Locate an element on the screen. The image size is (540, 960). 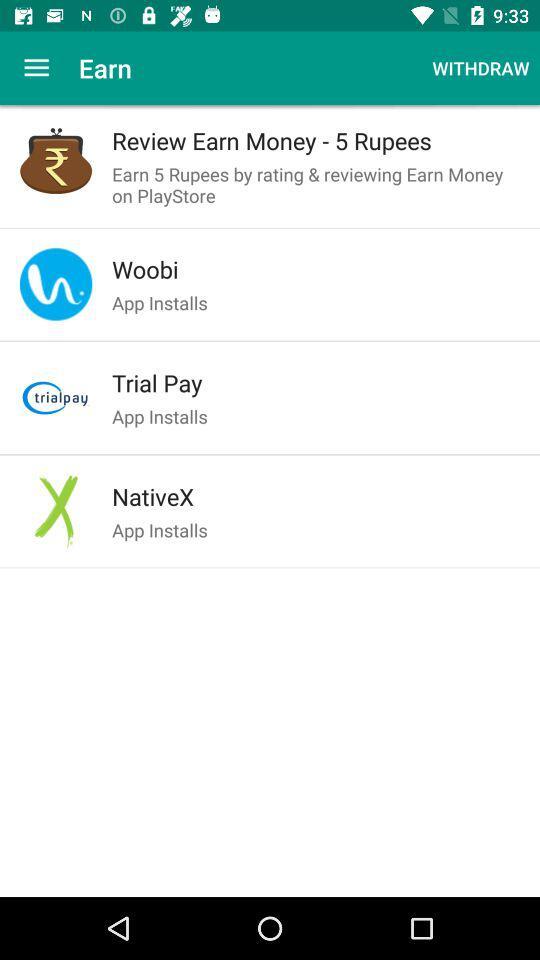
the woobi item is located at coordinates (316, 268).